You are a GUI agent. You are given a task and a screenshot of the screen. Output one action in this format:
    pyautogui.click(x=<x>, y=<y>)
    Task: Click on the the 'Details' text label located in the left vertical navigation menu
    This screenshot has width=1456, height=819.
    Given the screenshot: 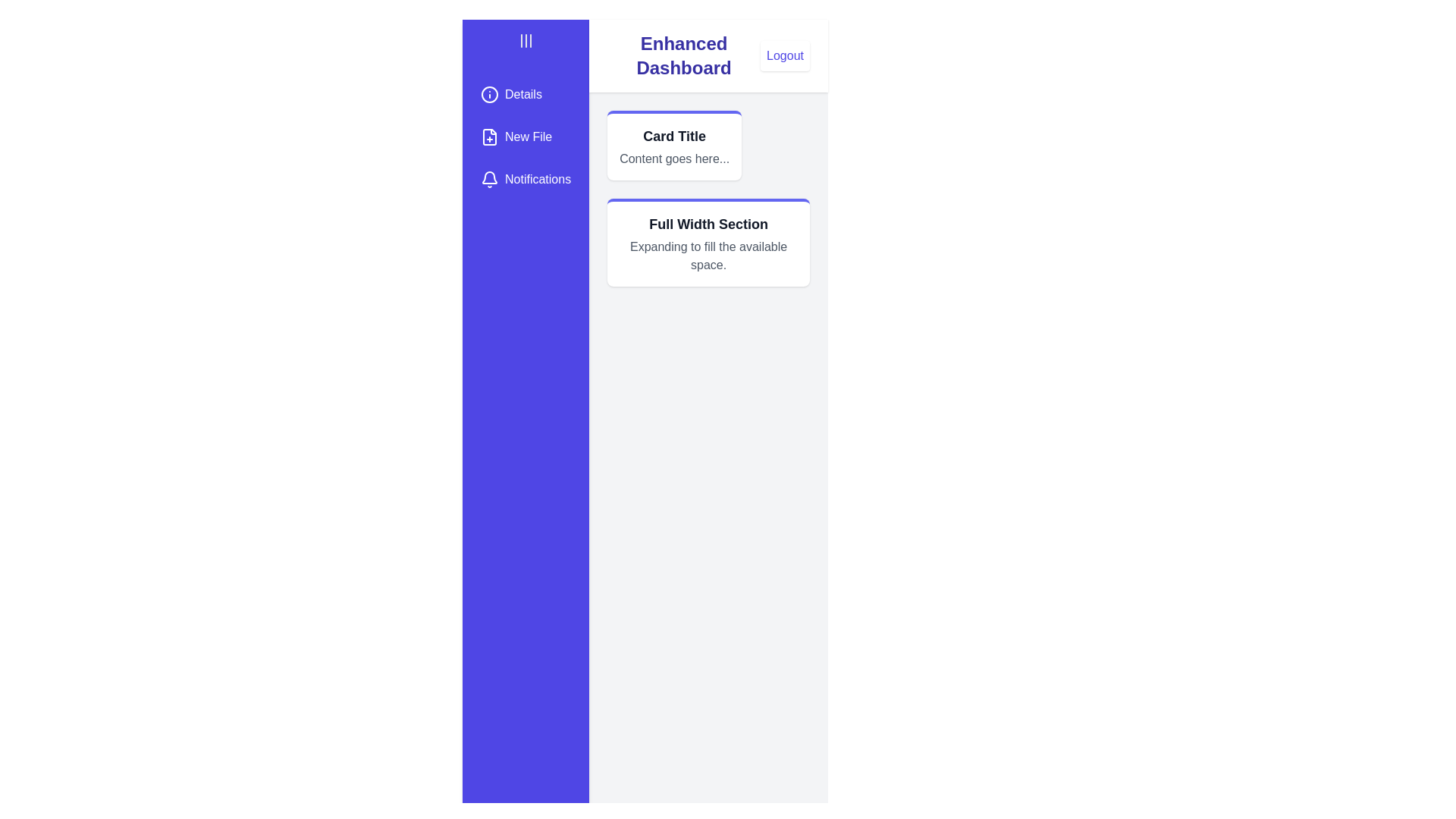 What is the action you would take?
    pyautogui.click(x=523, y=94)
    